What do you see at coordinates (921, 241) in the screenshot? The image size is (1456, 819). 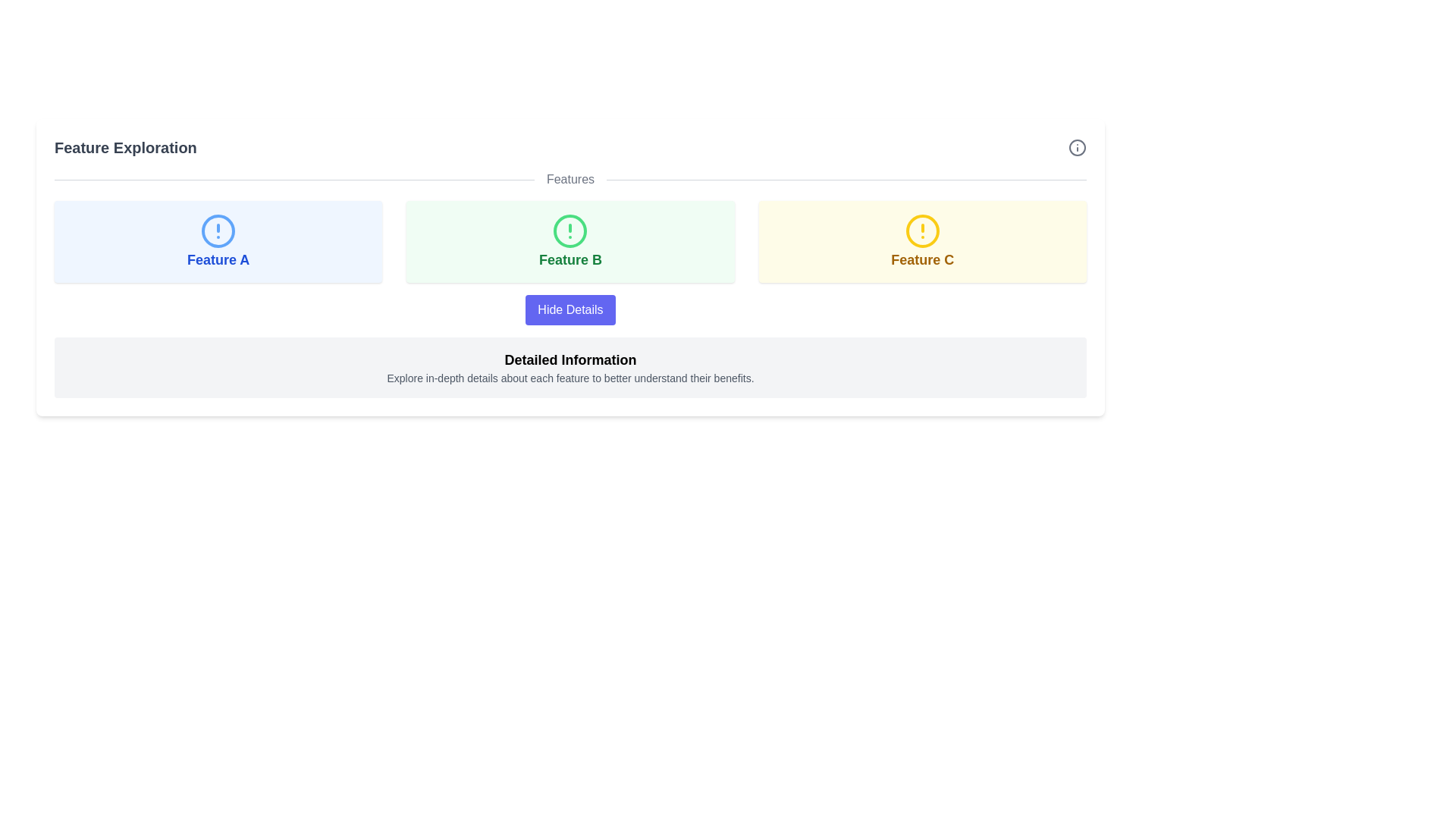 I see `the Feature card labeled 'Feature C' which has a pale yellow background and is the third element in a row of three features` at bounding box center [921, 241].